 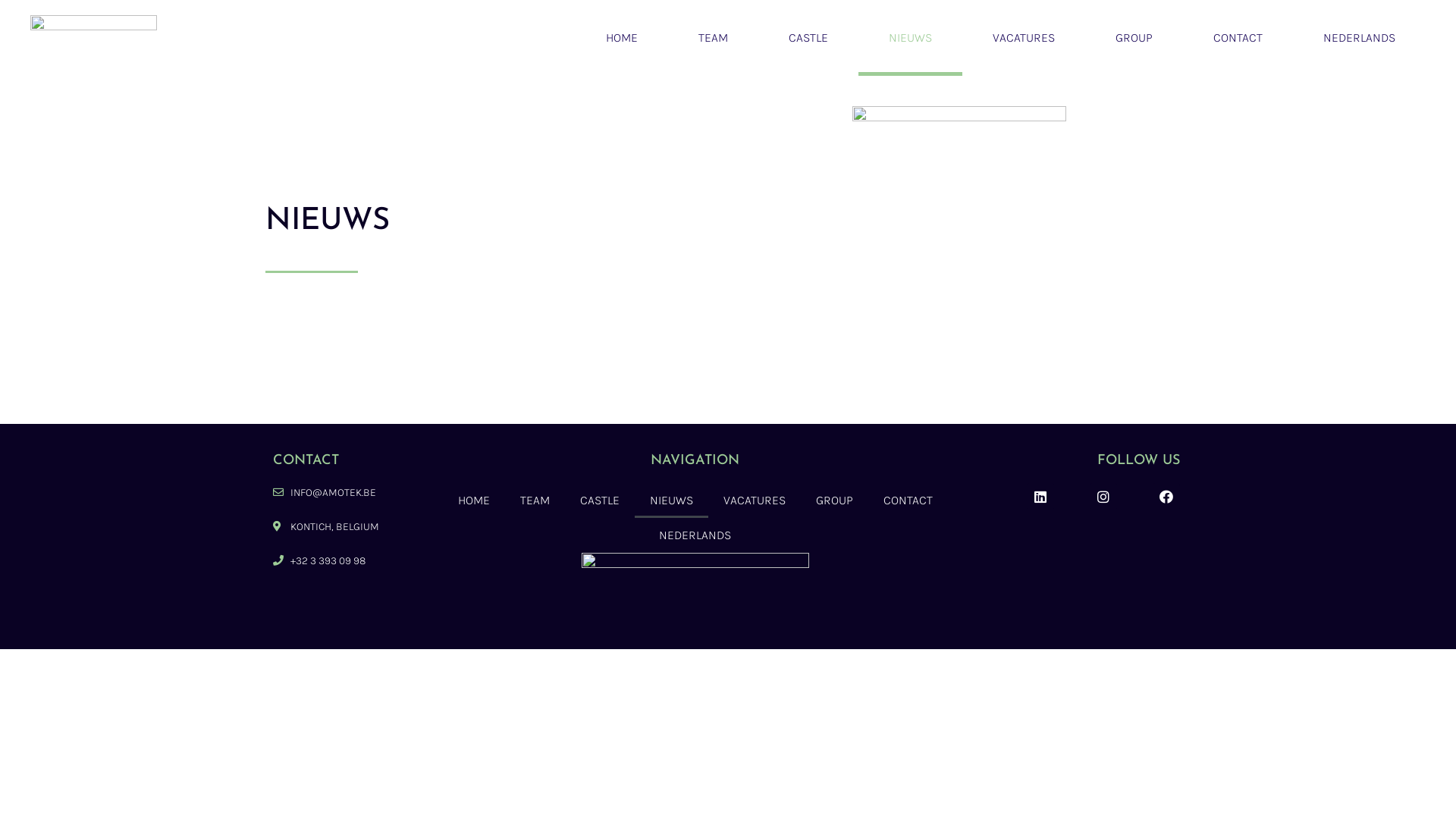 What do you see at coordinates (754, 500) in the screenshot?
I see `'VACATURES'` at bounding box center [754, 500].